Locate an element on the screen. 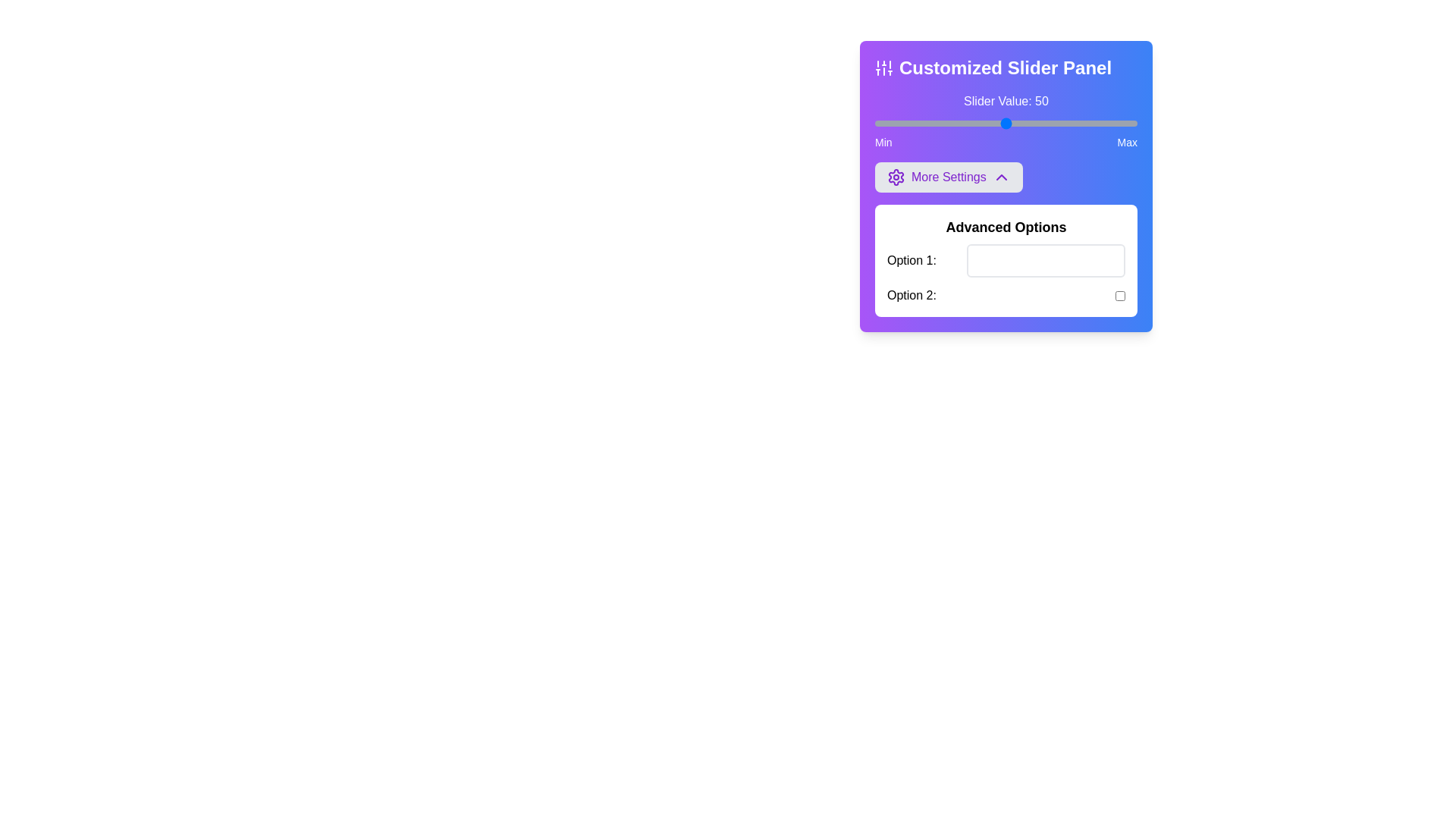  the label element reading 'Option 1:' located within the 'Advanced Options' section, positioned to the left of a text input field is located at coordinates (911, 259).